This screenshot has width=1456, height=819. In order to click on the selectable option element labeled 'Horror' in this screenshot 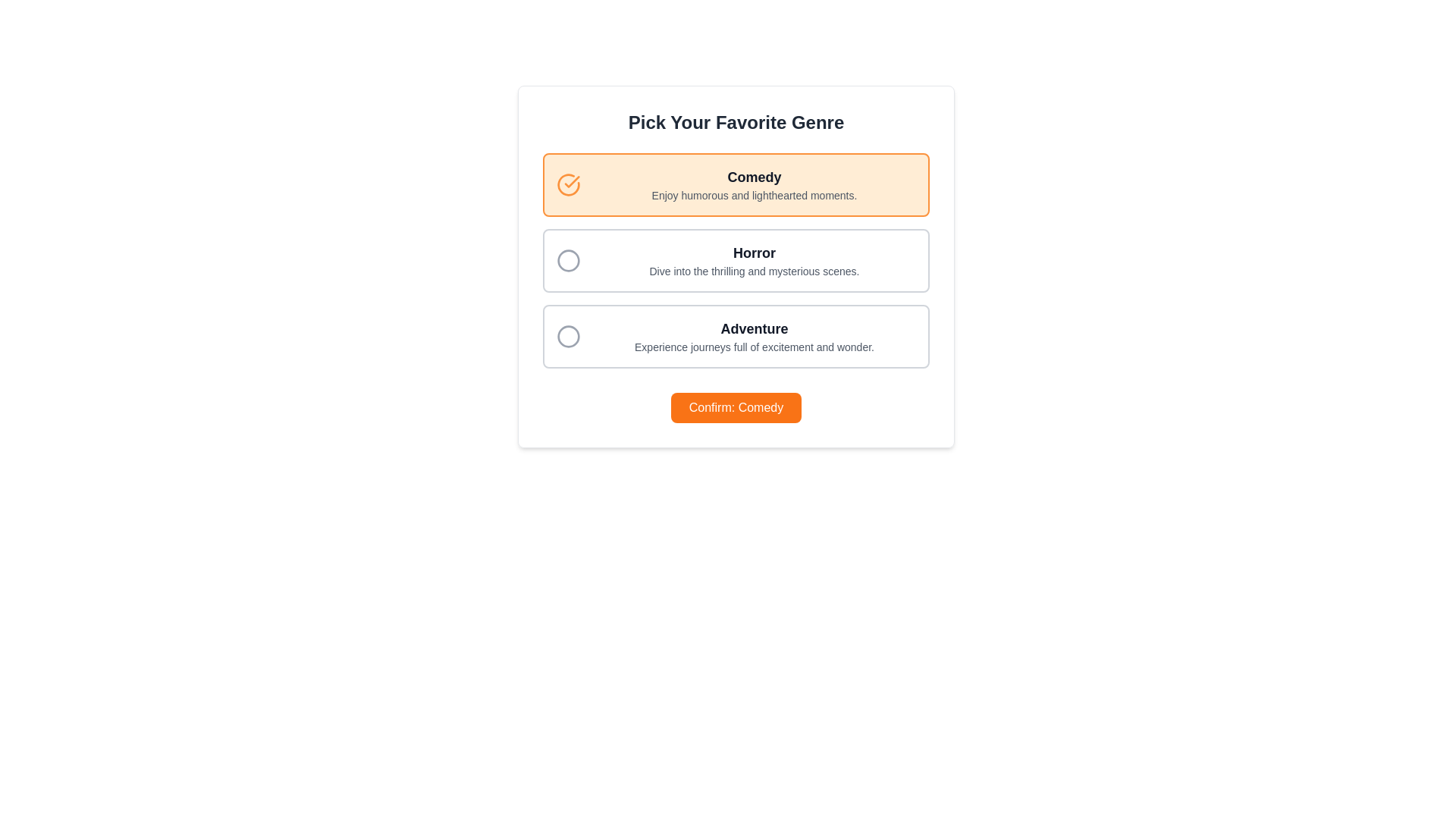, I will do `click(736, 259)`.